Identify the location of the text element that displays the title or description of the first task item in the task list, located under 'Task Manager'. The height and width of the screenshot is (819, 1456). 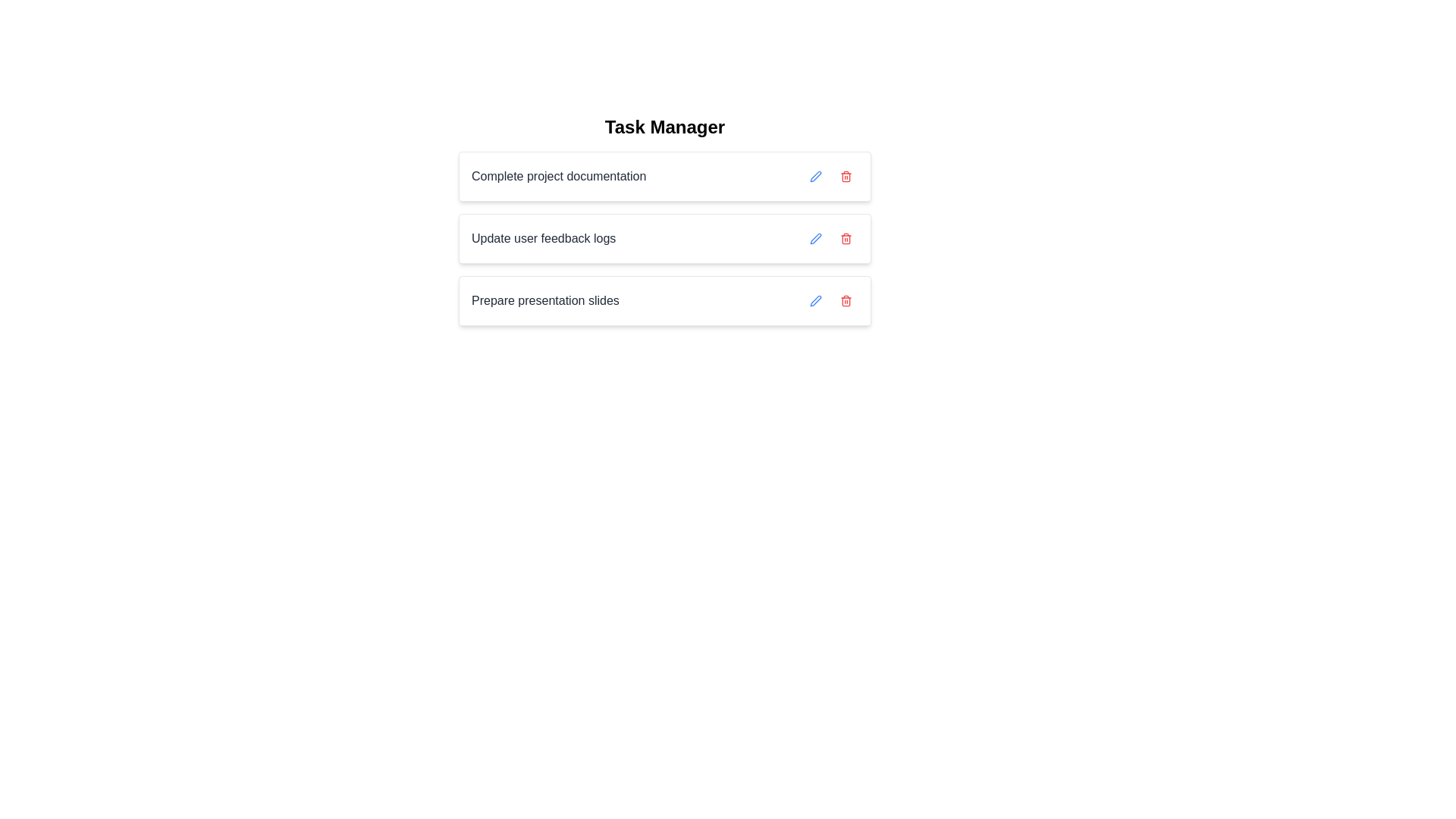
(558, 175).